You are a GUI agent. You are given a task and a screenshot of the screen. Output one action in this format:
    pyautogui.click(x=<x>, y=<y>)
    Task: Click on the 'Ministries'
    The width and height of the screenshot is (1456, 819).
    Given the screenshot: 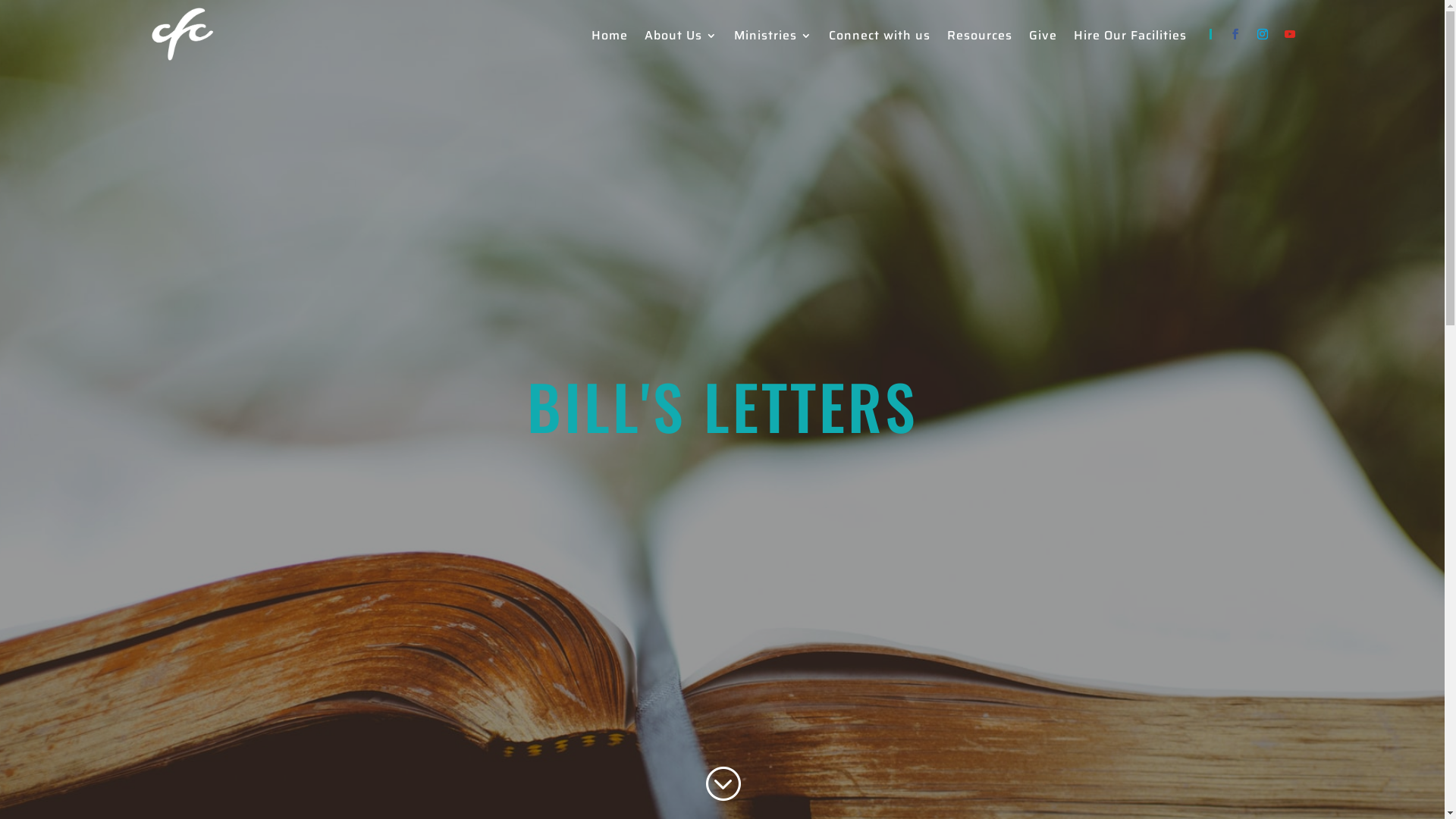 What is the action you would take?
    pyautogui.click(x=773, y=37)
    